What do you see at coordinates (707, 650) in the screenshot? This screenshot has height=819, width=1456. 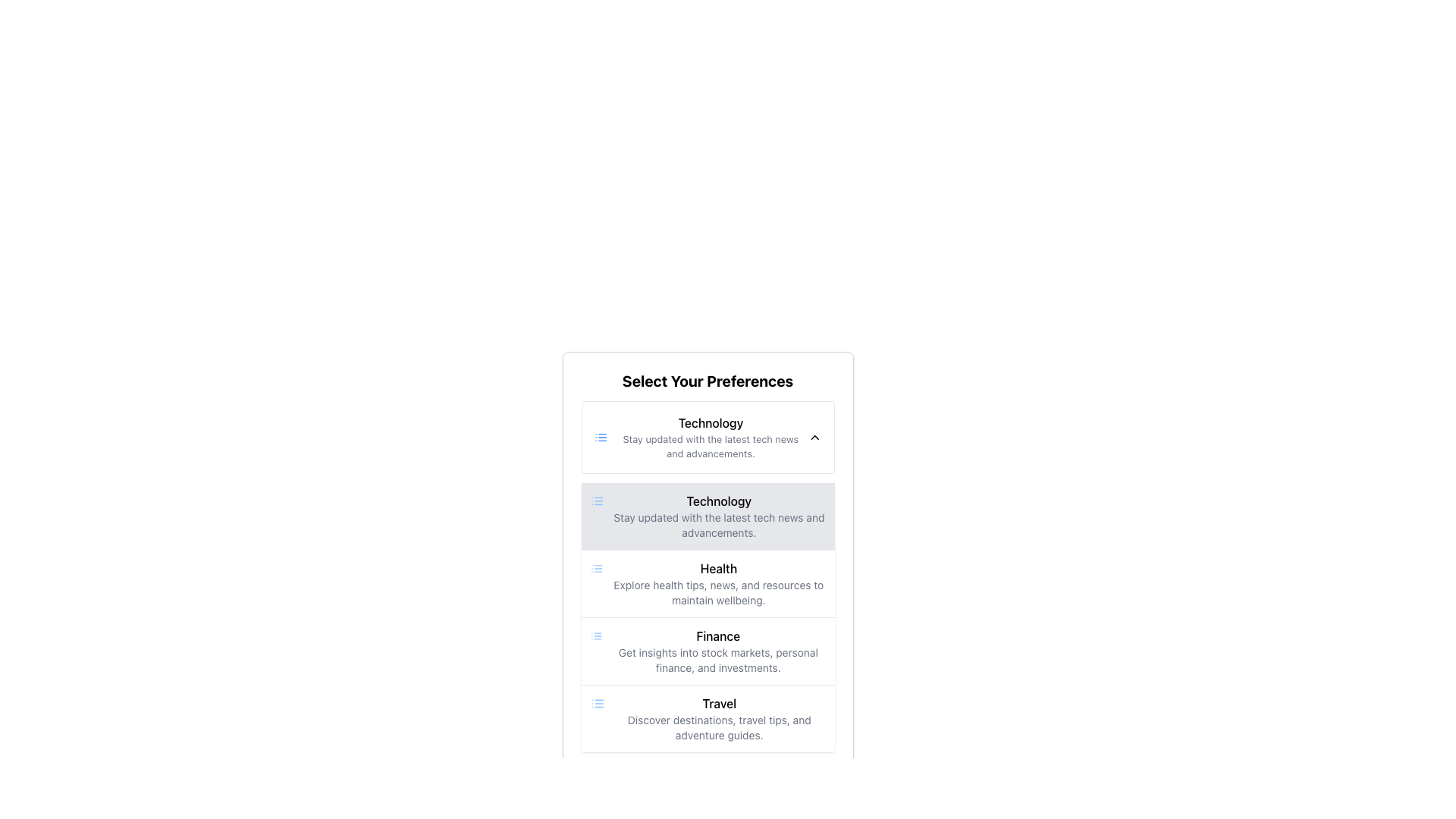 I see `the selectable list item titled 'Finance', which is the third item in a vertically stacked list, visually separated with padding and a hover effect` at bounding box center [707, 650].